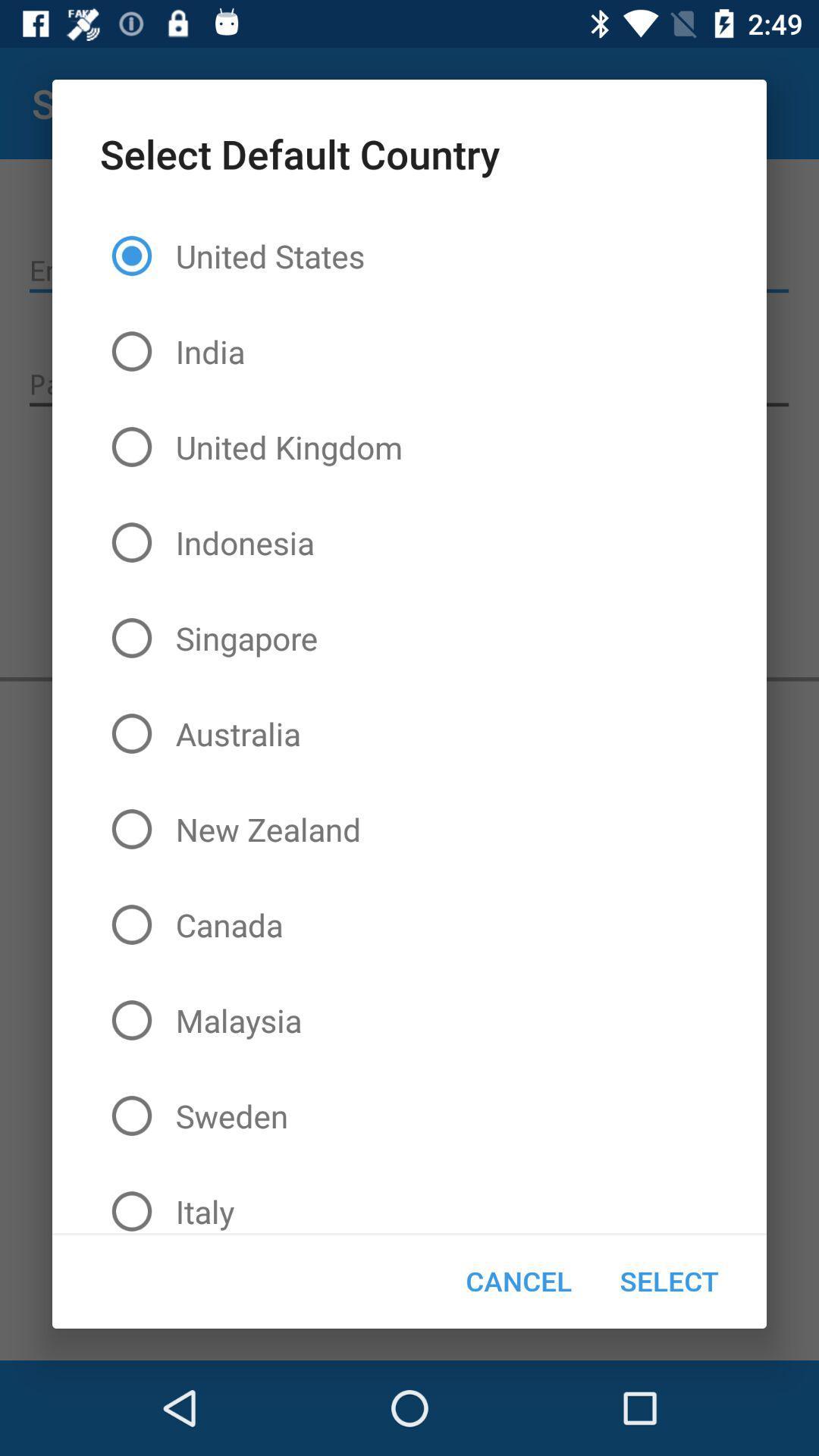 This screenshot has height=1456, width=819. What do you see at coordinates (518, 1280) in the screenshot?
I see `item next to the select icon` at bounding box center [518, 1280].